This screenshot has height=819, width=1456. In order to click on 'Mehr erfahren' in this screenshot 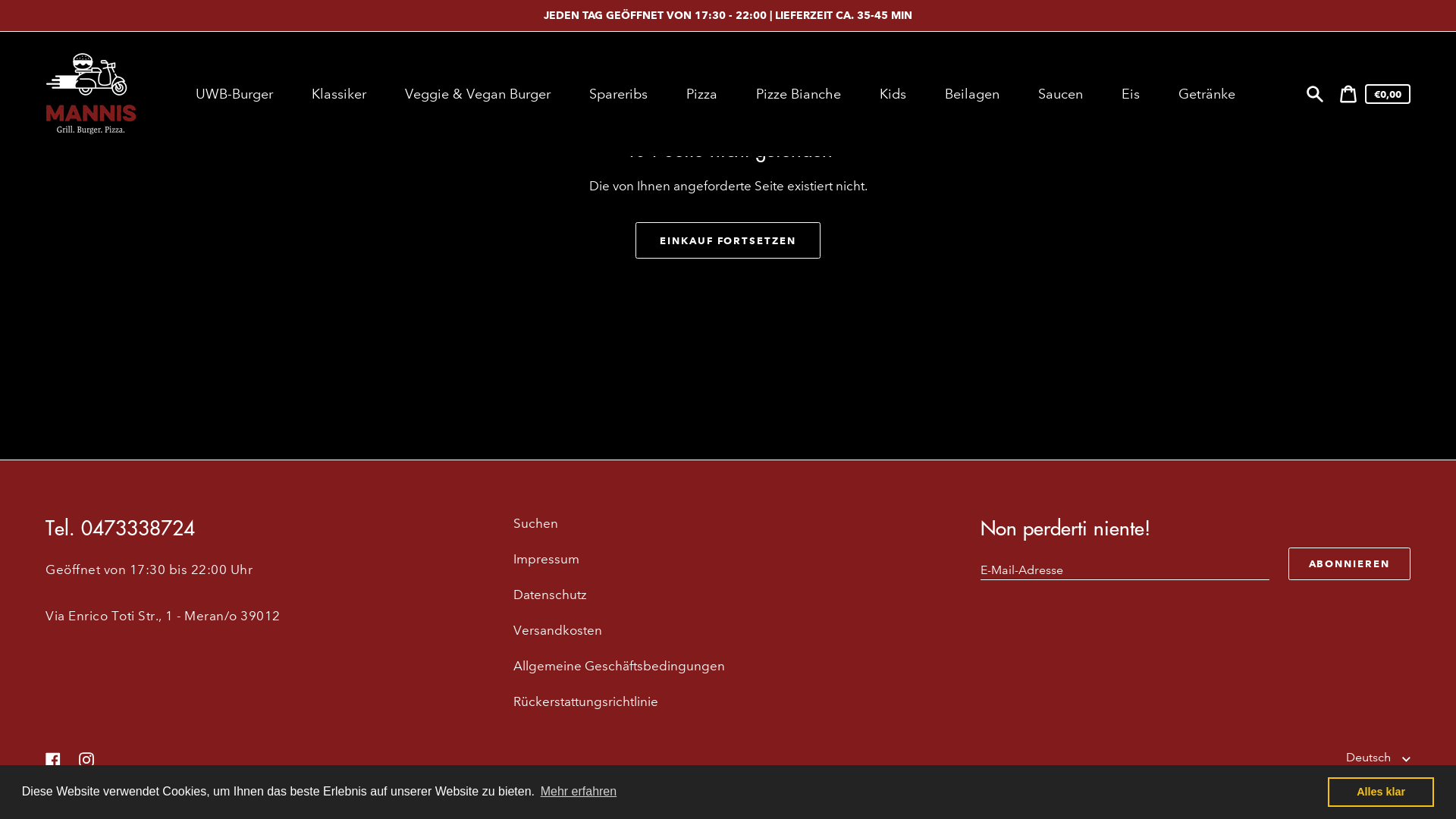, I will do `click(577, 791)`.